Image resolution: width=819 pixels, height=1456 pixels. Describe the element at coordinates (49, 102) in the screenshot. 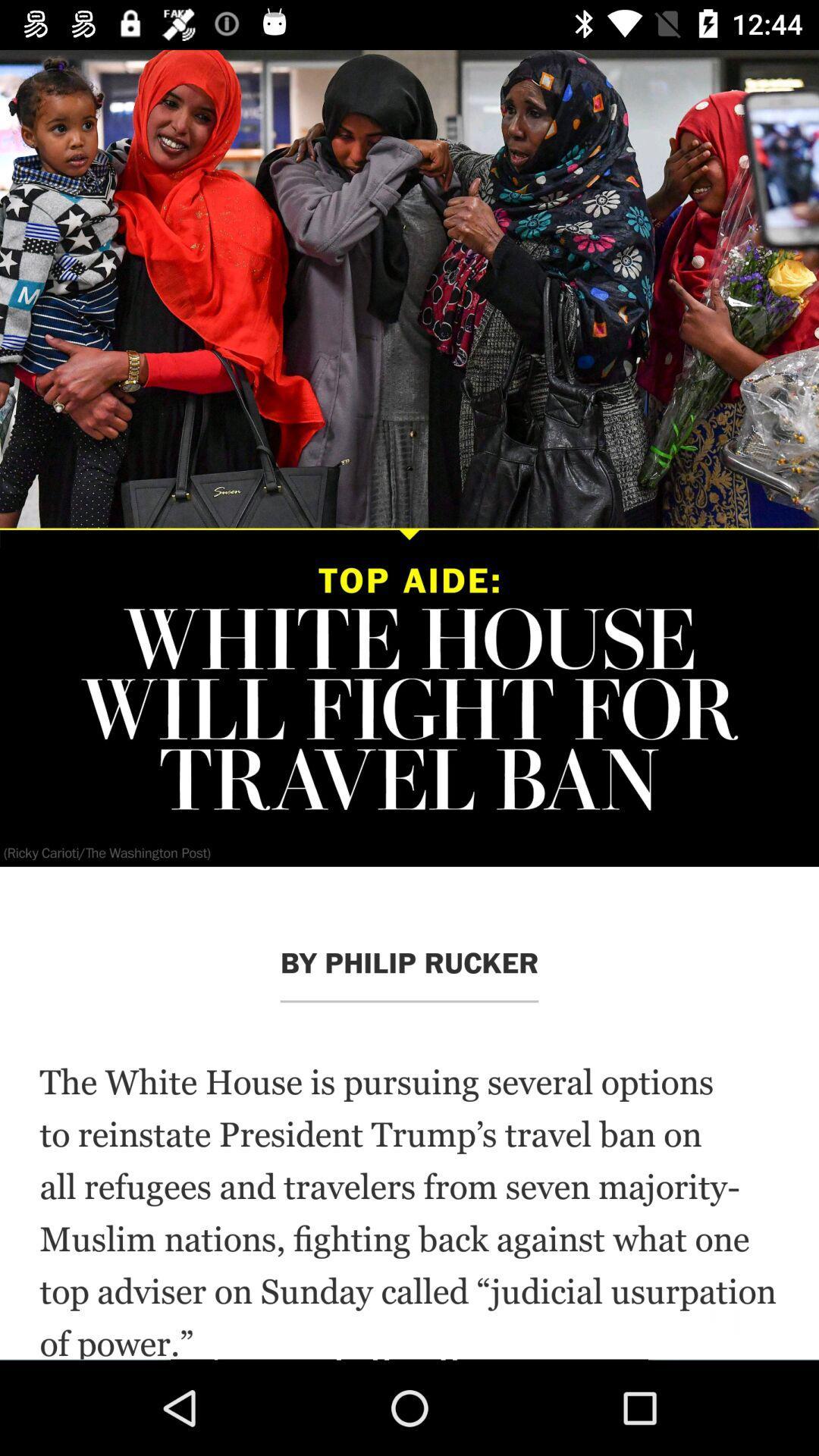

I see `the settings icon` at that location.